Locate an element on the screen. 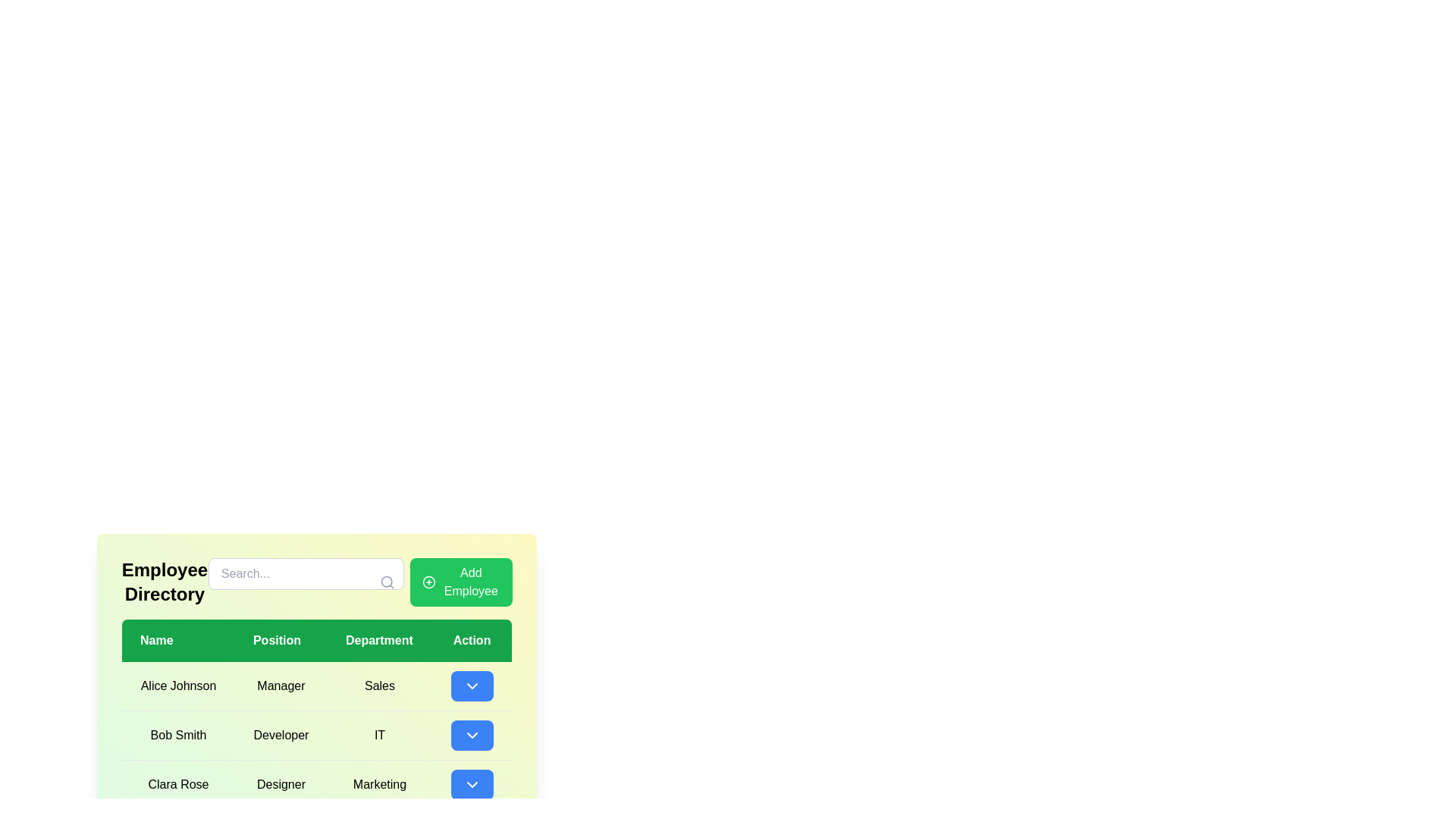 The height and width of the screenshot is (819, 1456). name displayed in the Plain text element located in the second row of the table under the 'Name' column is located at coordinates (178, 734).